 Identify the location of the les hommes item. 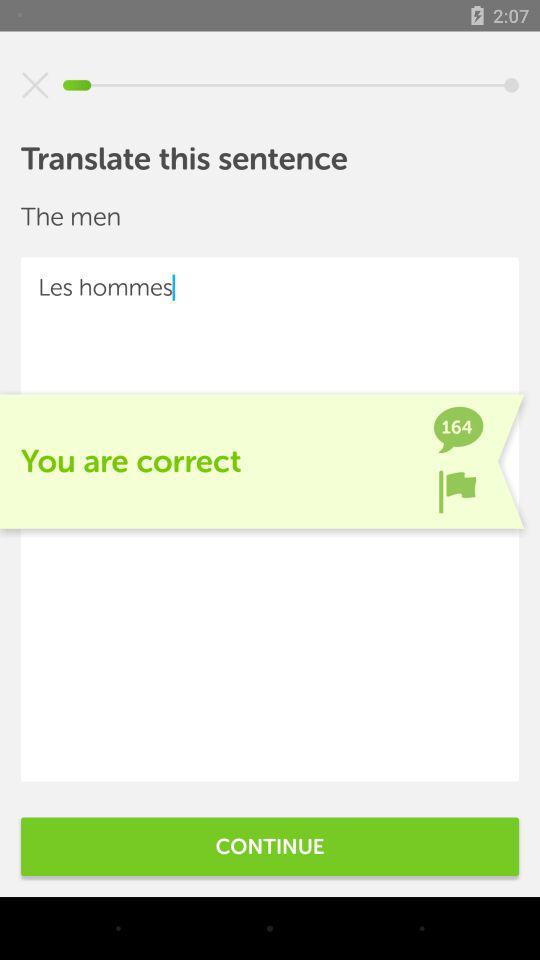
(270, 518).